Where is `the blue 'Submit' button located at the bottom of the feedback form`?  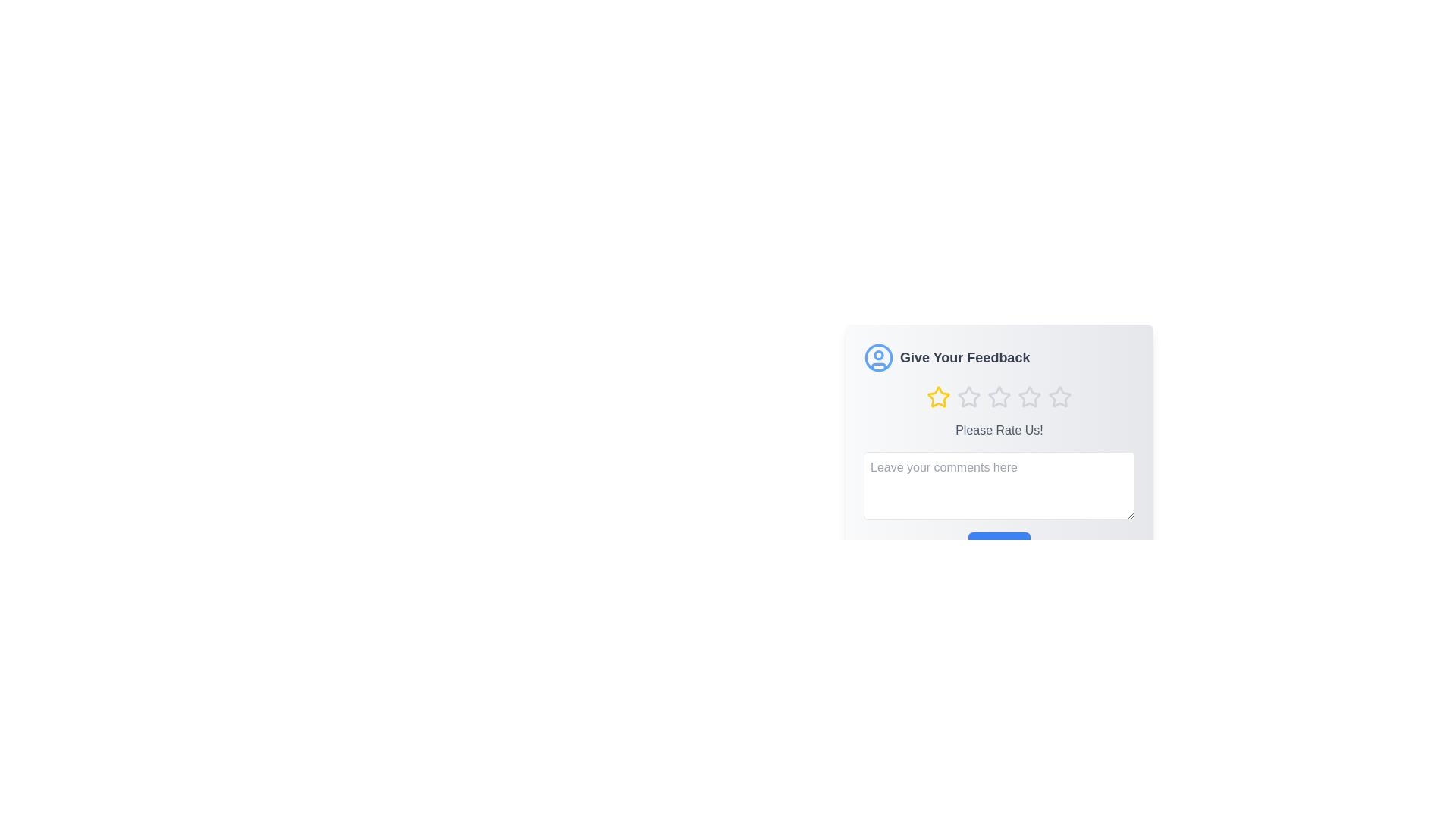
the blue 'Submit' button located at the bottom of the feedback form is located at coordinates (999, 547).